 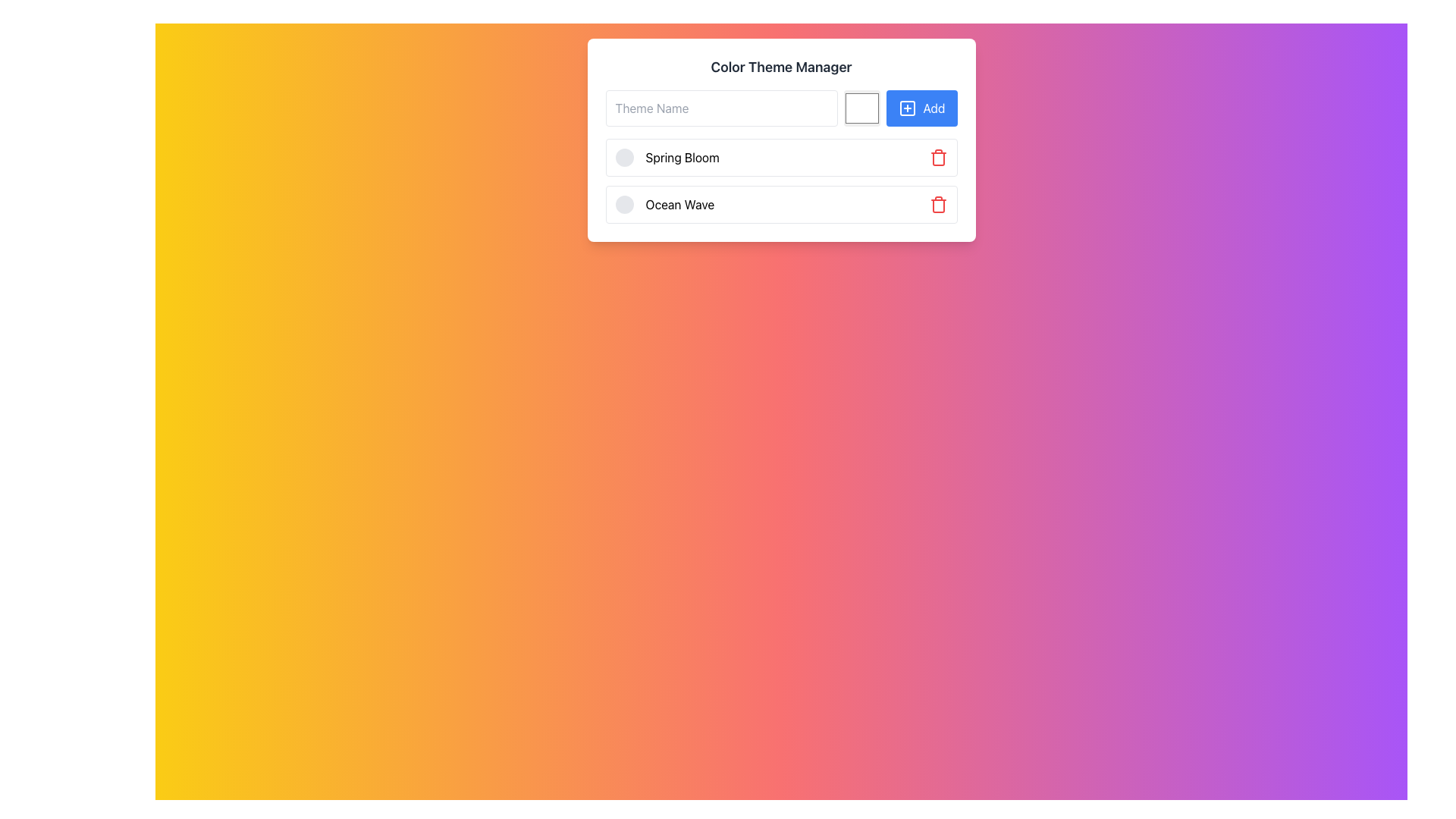 What do you see at coordinates (679, 205) in the screenshot?
I see `the text 'Ocean Wave' in the second entry of the list within the 'Color Theme Manager' box for interaction` at bounding box center [679, 205].